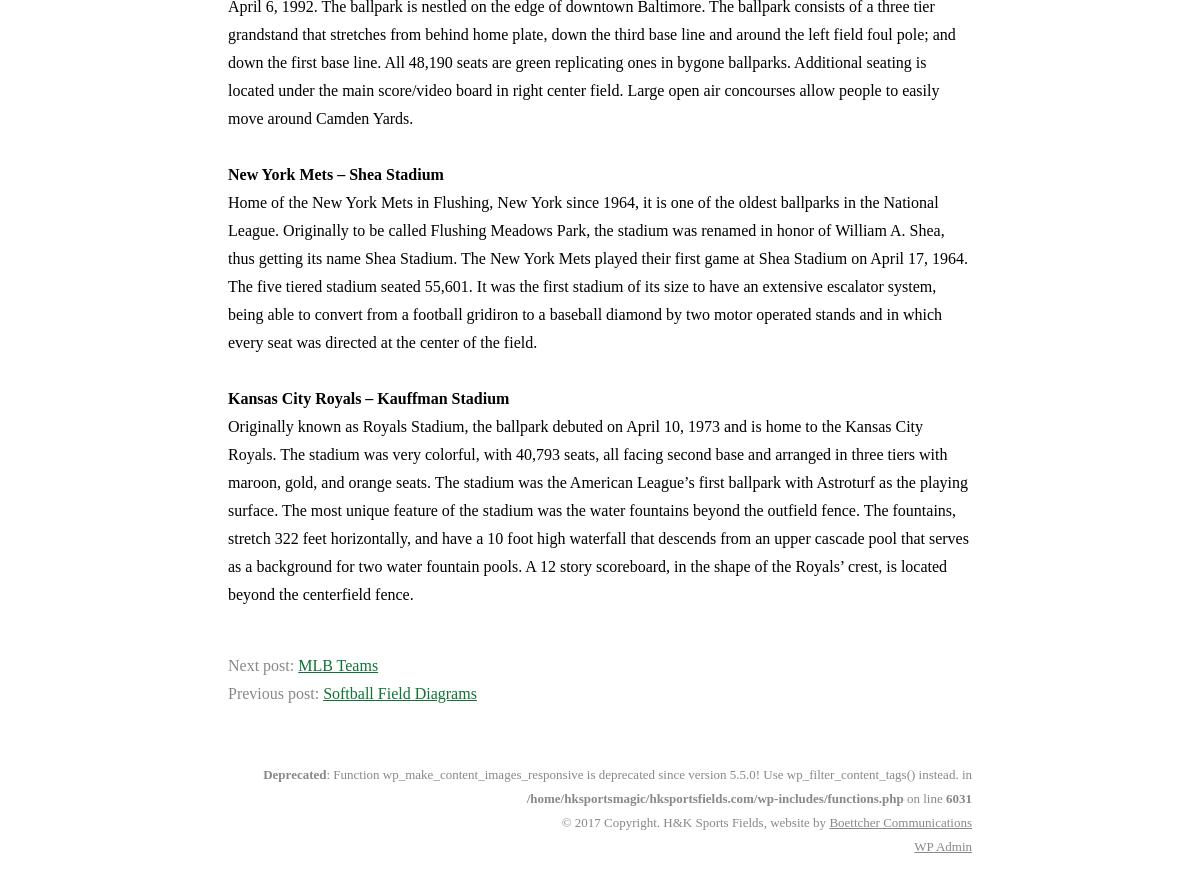 The width and height of the screenshot is (1200, 873). What do you see at coordinates (399, 693) in the screenshot?
I see `'Softball Field Diagrams'` at bounding box center [399, 693].